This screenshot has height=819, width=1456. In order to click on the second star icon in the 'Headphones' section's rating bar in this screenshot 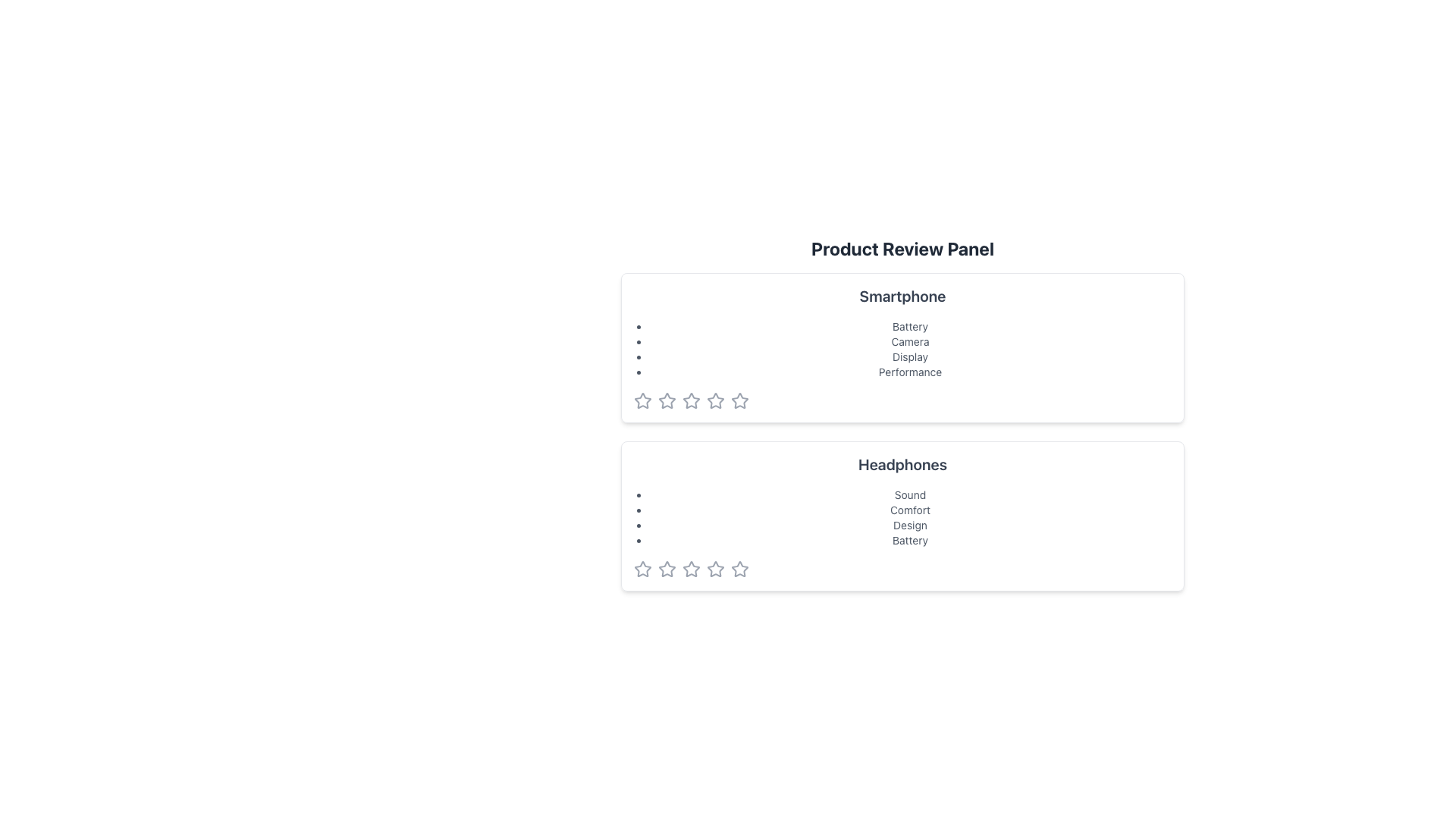, I will do `click(667, 569)`.